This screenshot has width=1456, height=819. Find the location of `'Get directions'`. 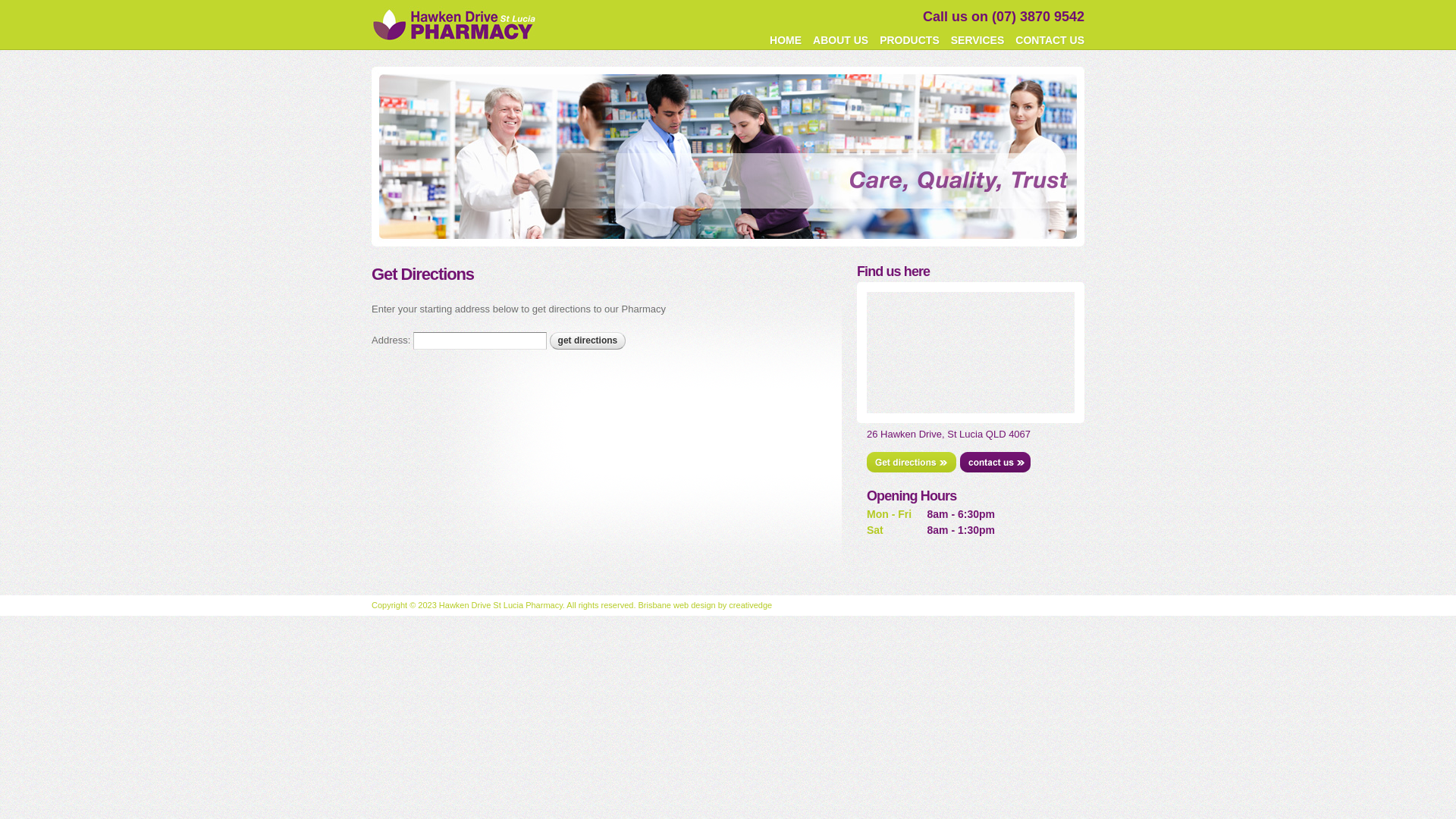

'Get directions' is located at coordinates (866, 461).